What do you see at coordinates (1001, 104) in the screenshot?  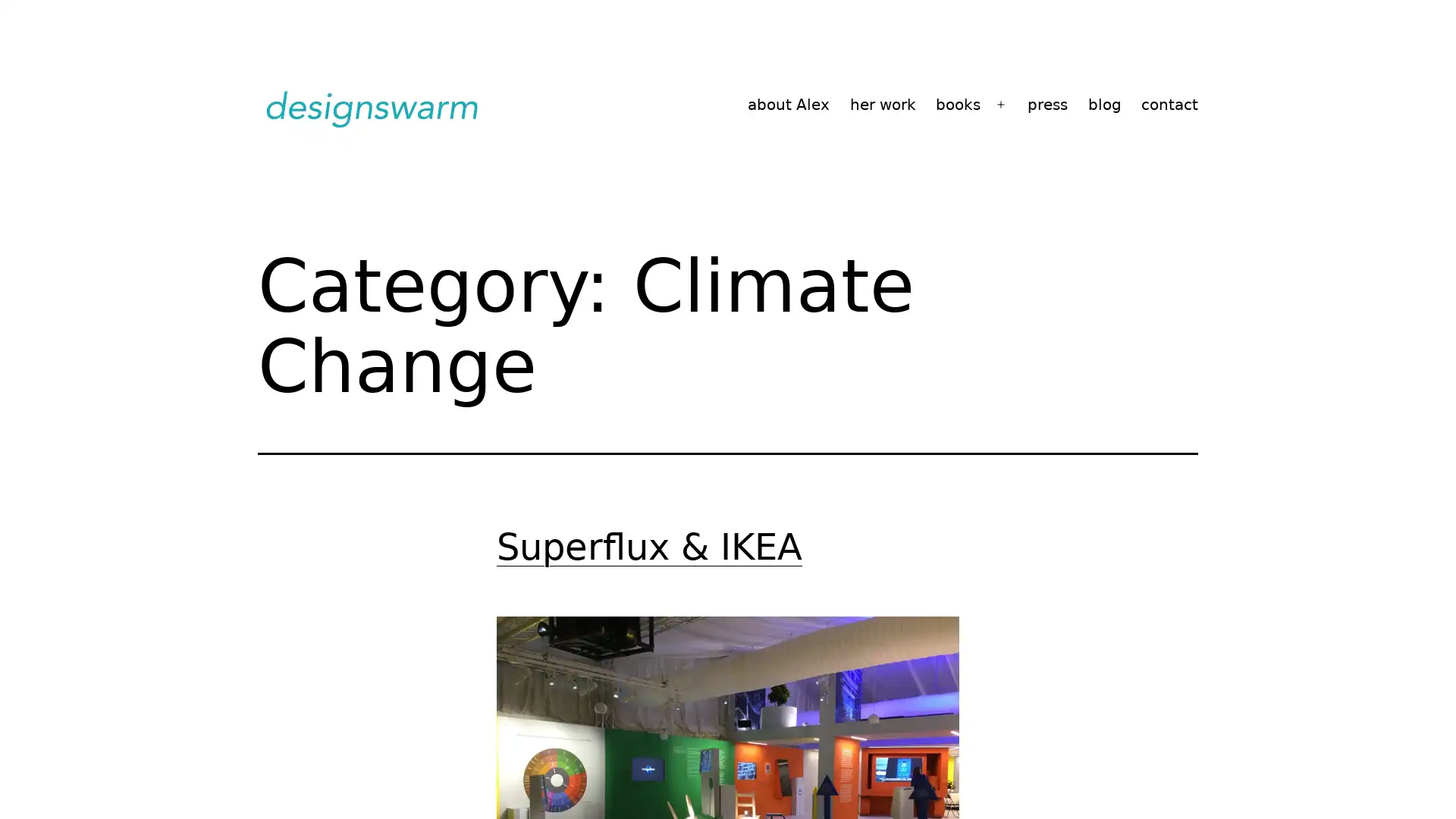 I see `Open menu` at bounding box center [1001, 104].